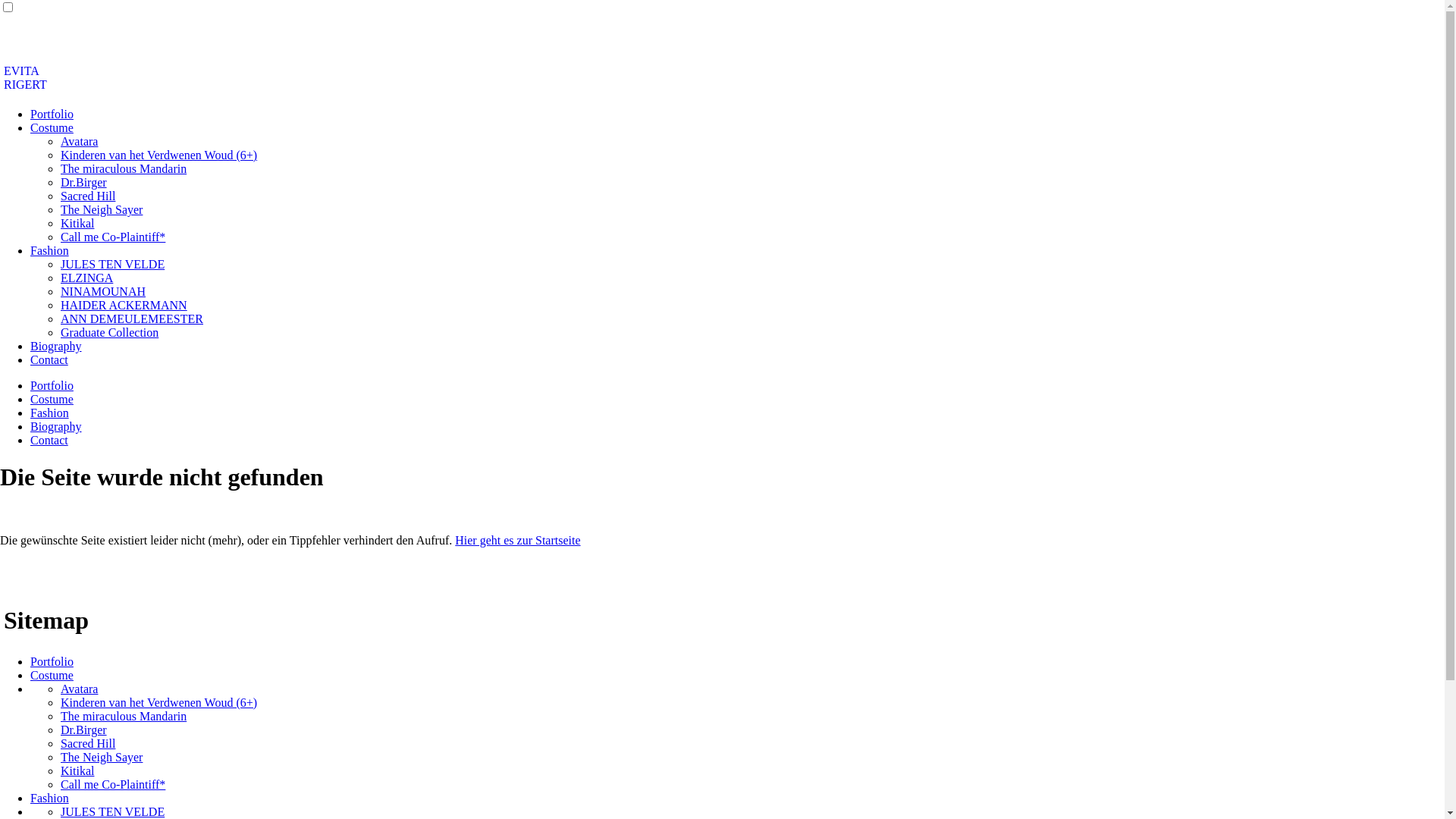 This screenshot has width=1456, height=819. What do you see at coordinates (101, 757) in the screenshot?
I see `'The Neigh Sayer'` at bounding box center [101, 757].